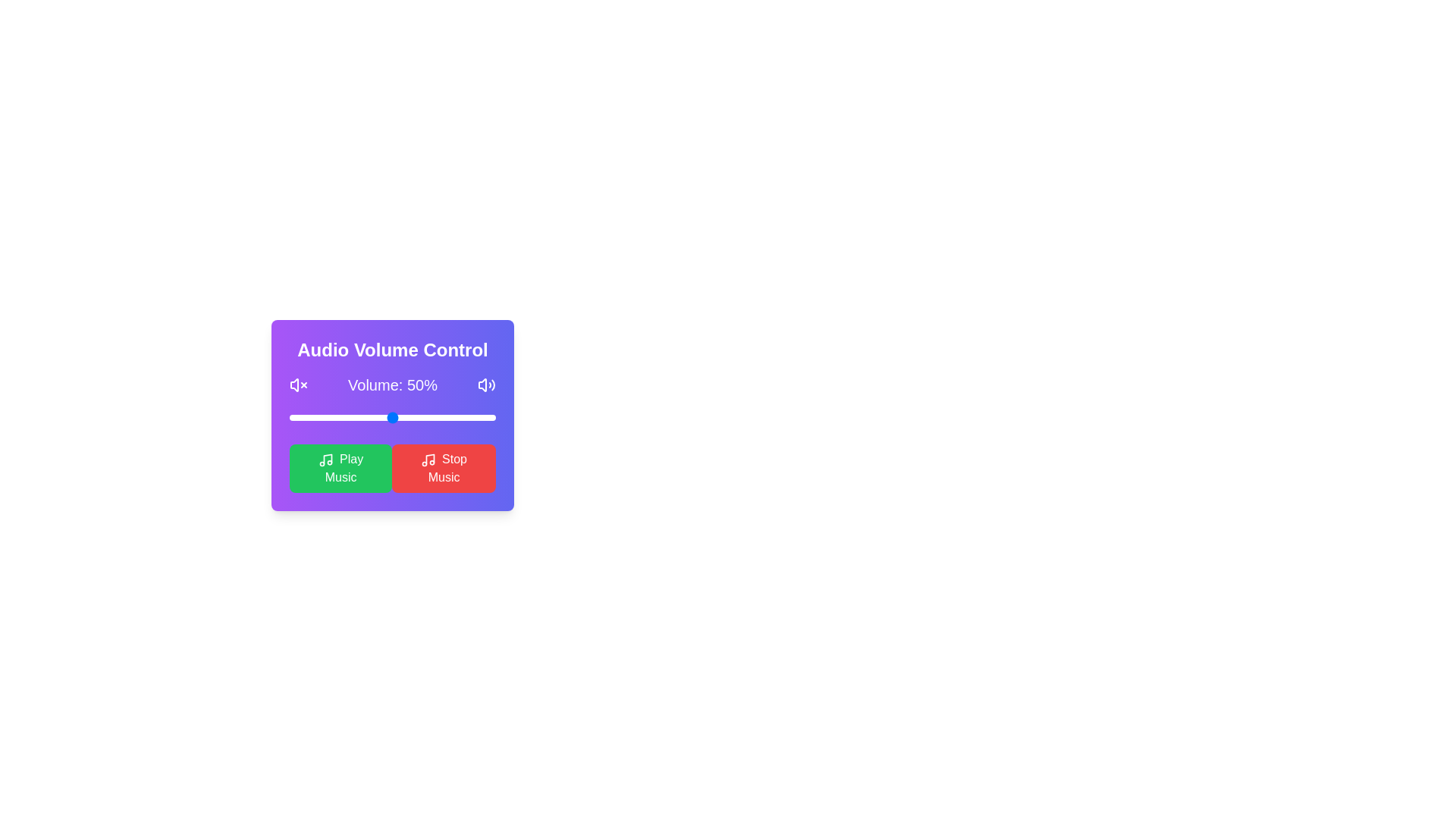 The width and height of the screenshot is (1456, 819). Describe the element at coordinates (294, 384) in the screenshot. I see `the left-facing speaker icon with sound waves in the audio control interface, which is located to the left of the 'Volume: 50%' text` at that location.